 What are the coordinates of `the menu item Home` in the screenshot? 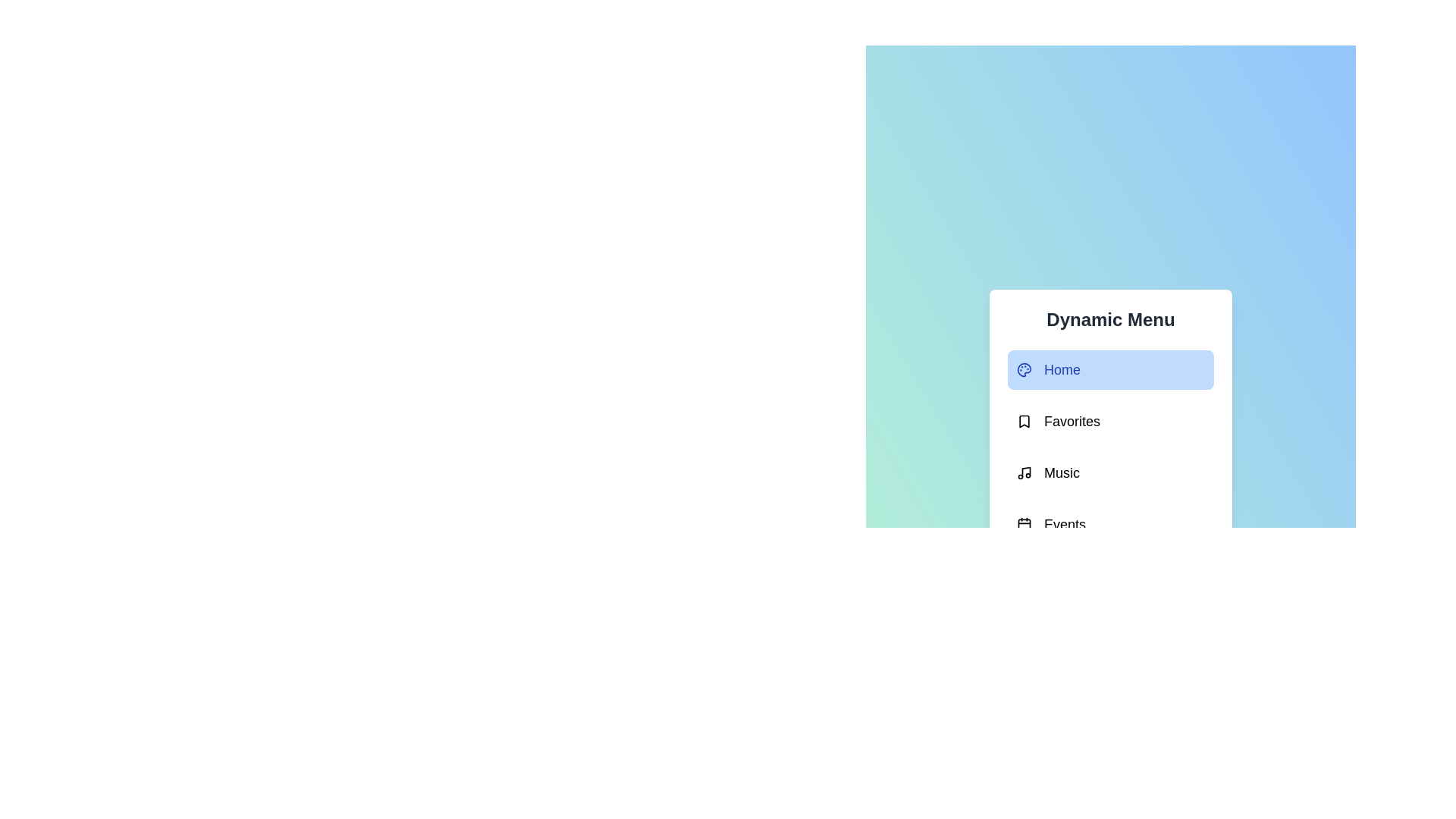 It's located at (1110, 370).